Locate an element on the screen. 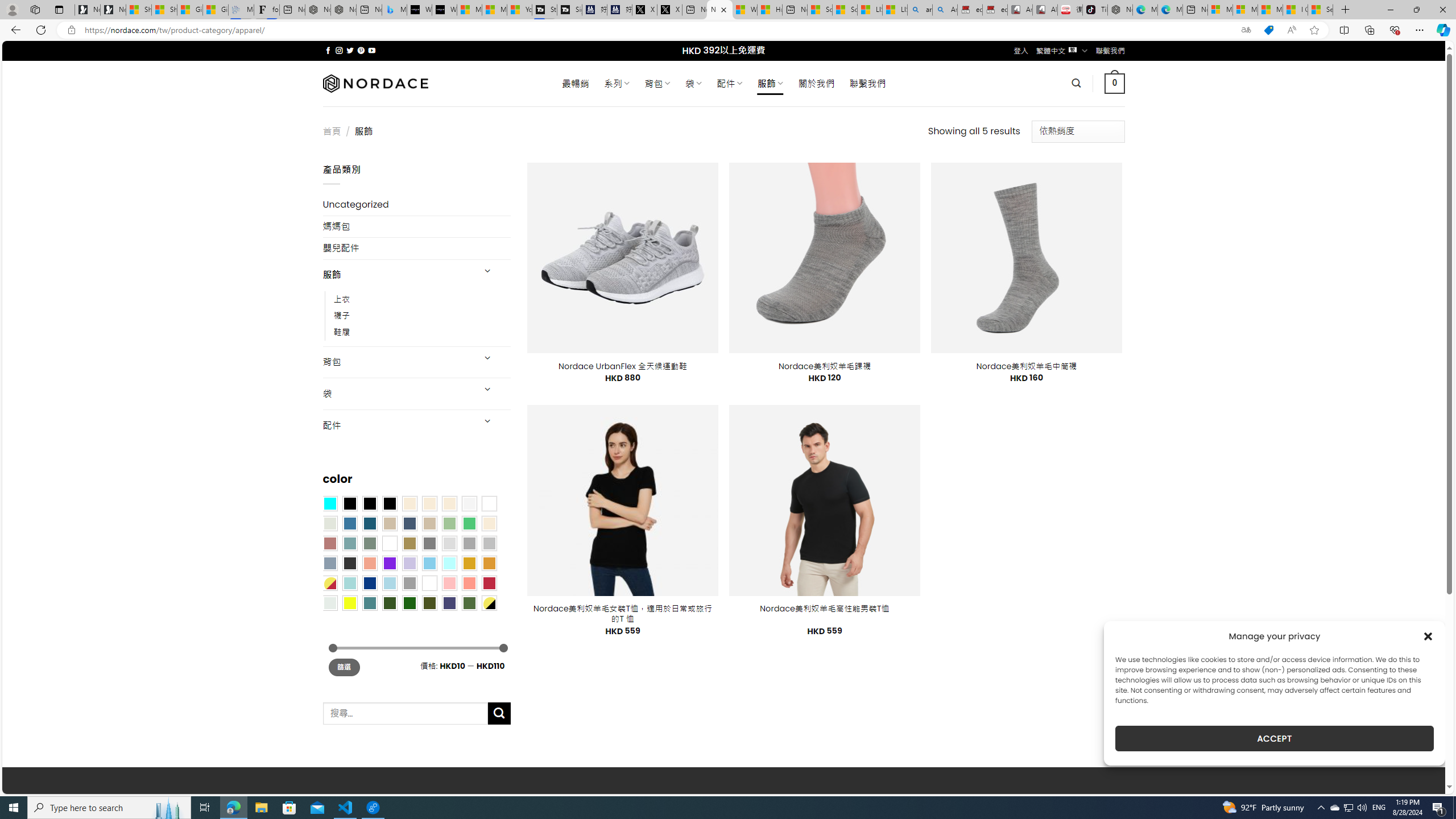  'I Gained 20 Pounds of Muscle in 30 Days! | Watch' is located at coordinates (1296, 9).